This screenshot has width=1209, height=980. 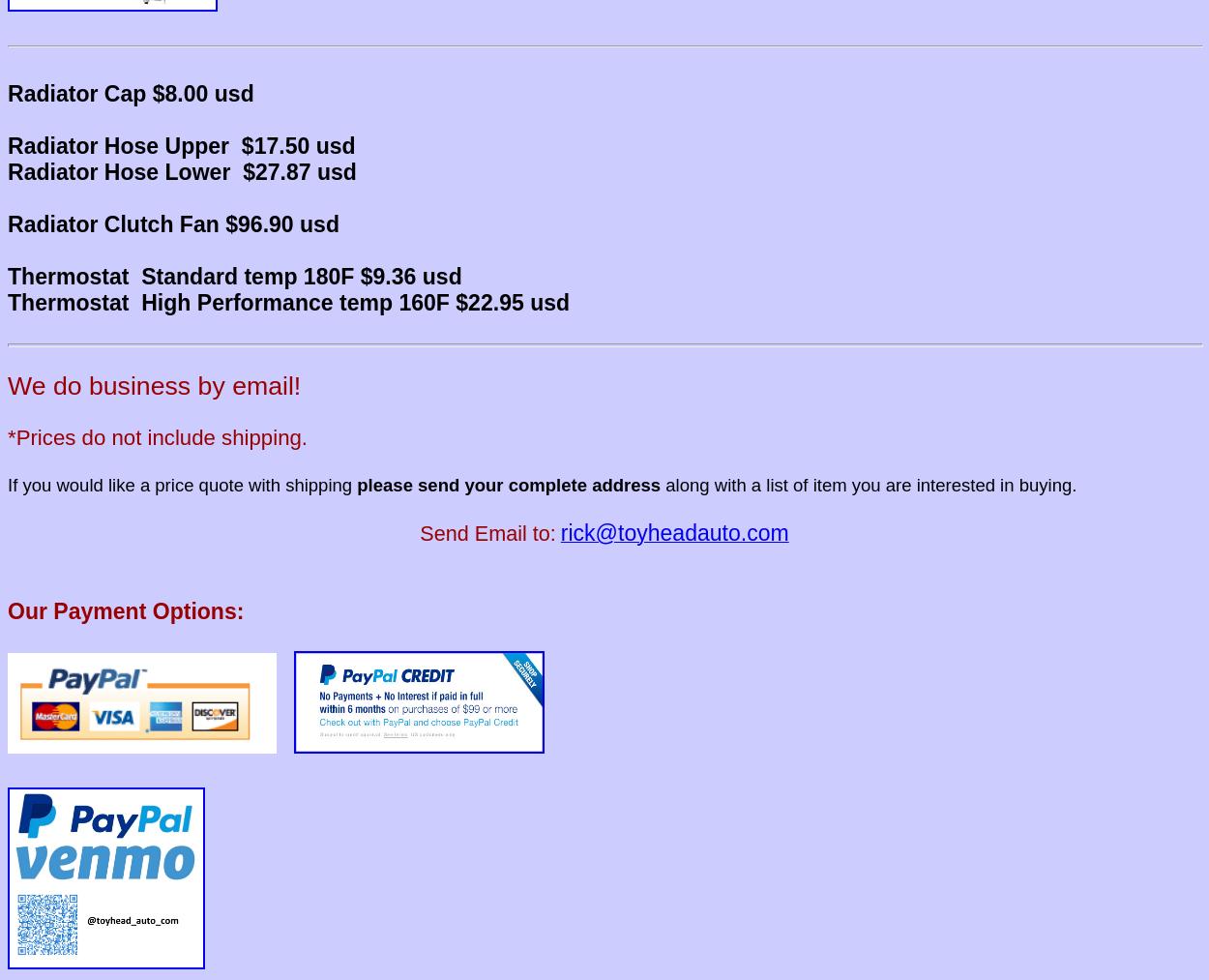 What do you see at coordinates (509, 483) in the screenshot?
I see `'please









                  send your complete address'` at bounding box center [509, 483].